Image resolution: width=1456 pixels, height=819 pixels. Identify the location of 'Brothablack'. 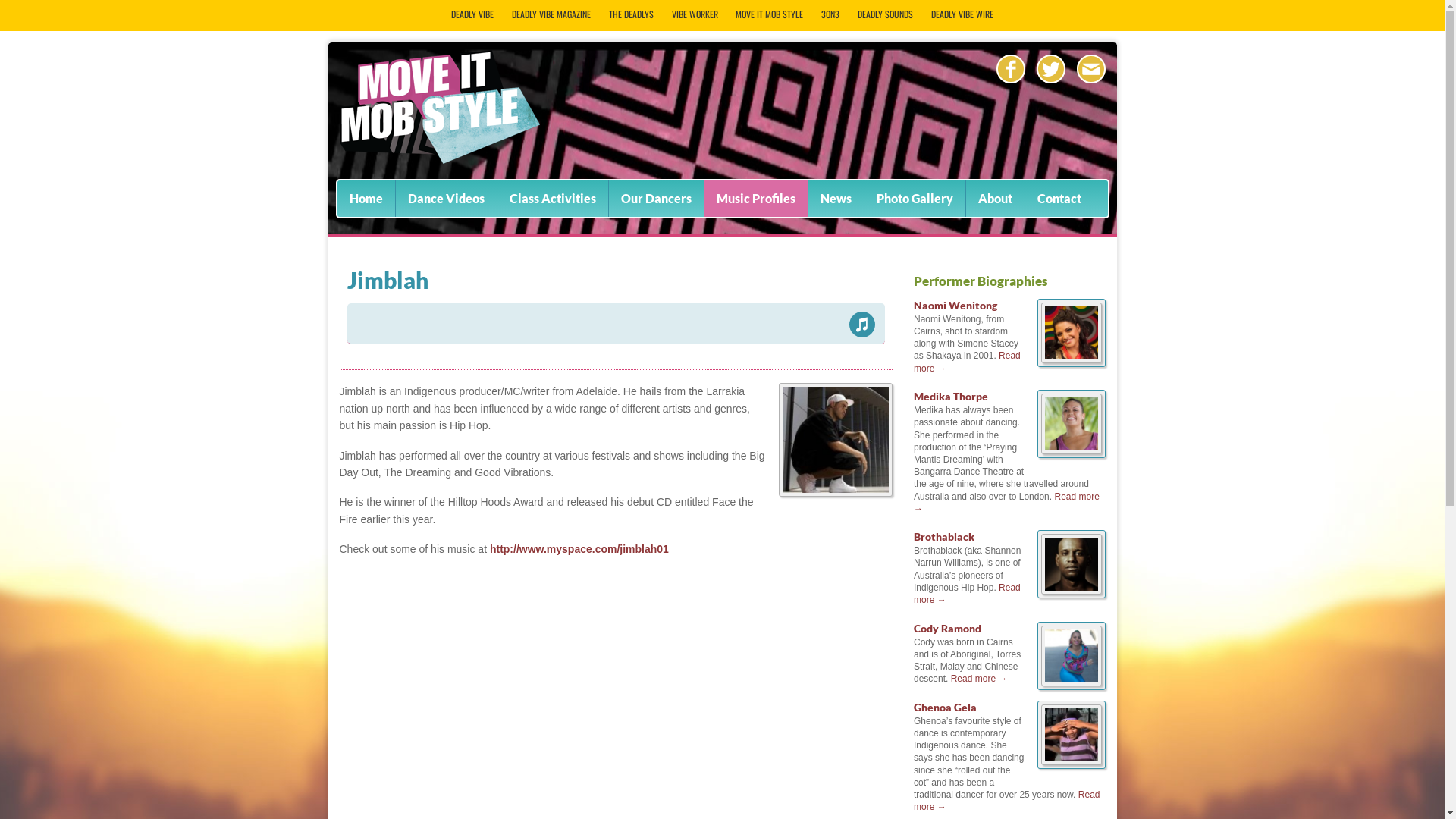
(912, 535).